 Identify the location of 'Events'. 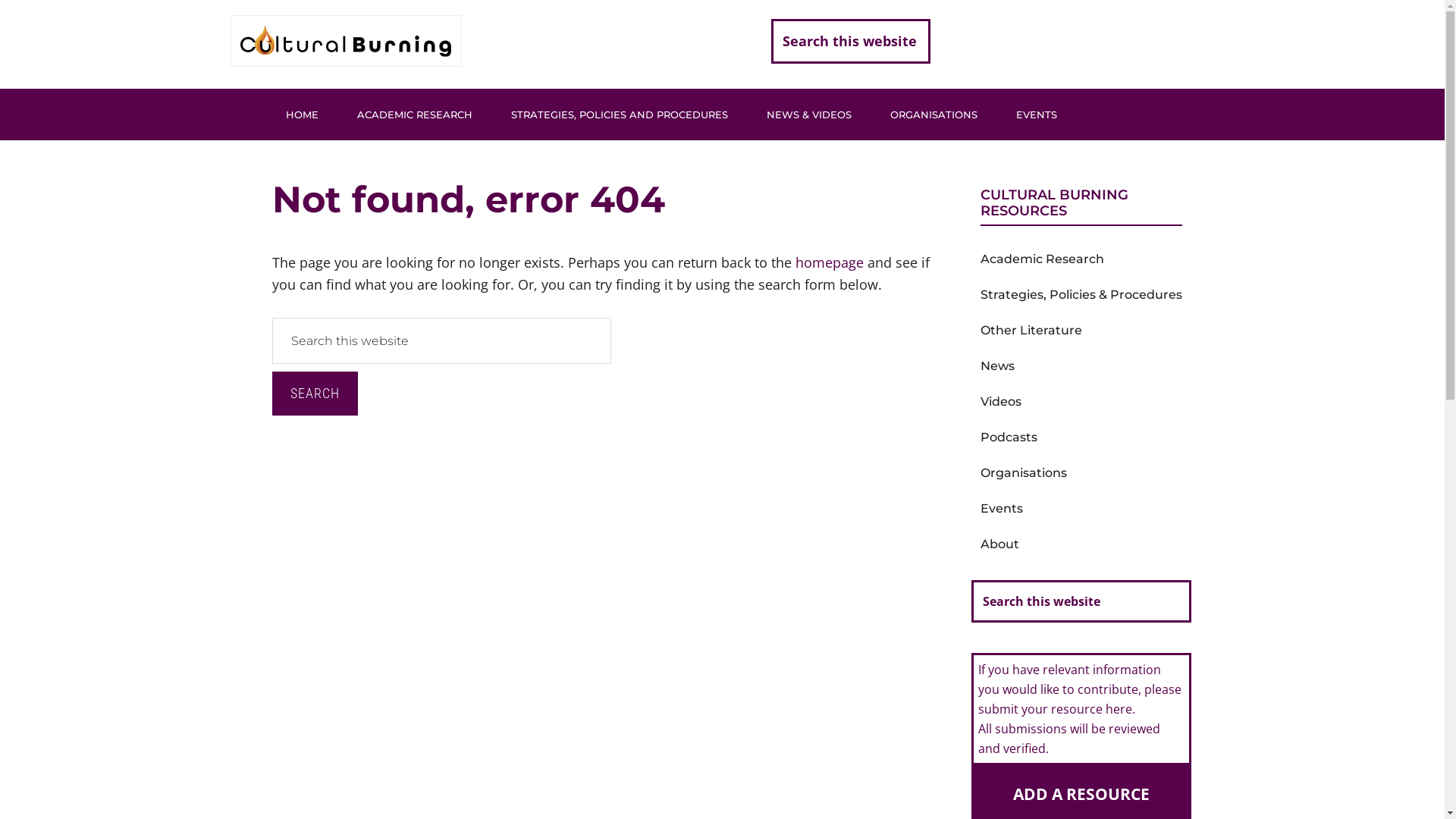
(1001, 508).